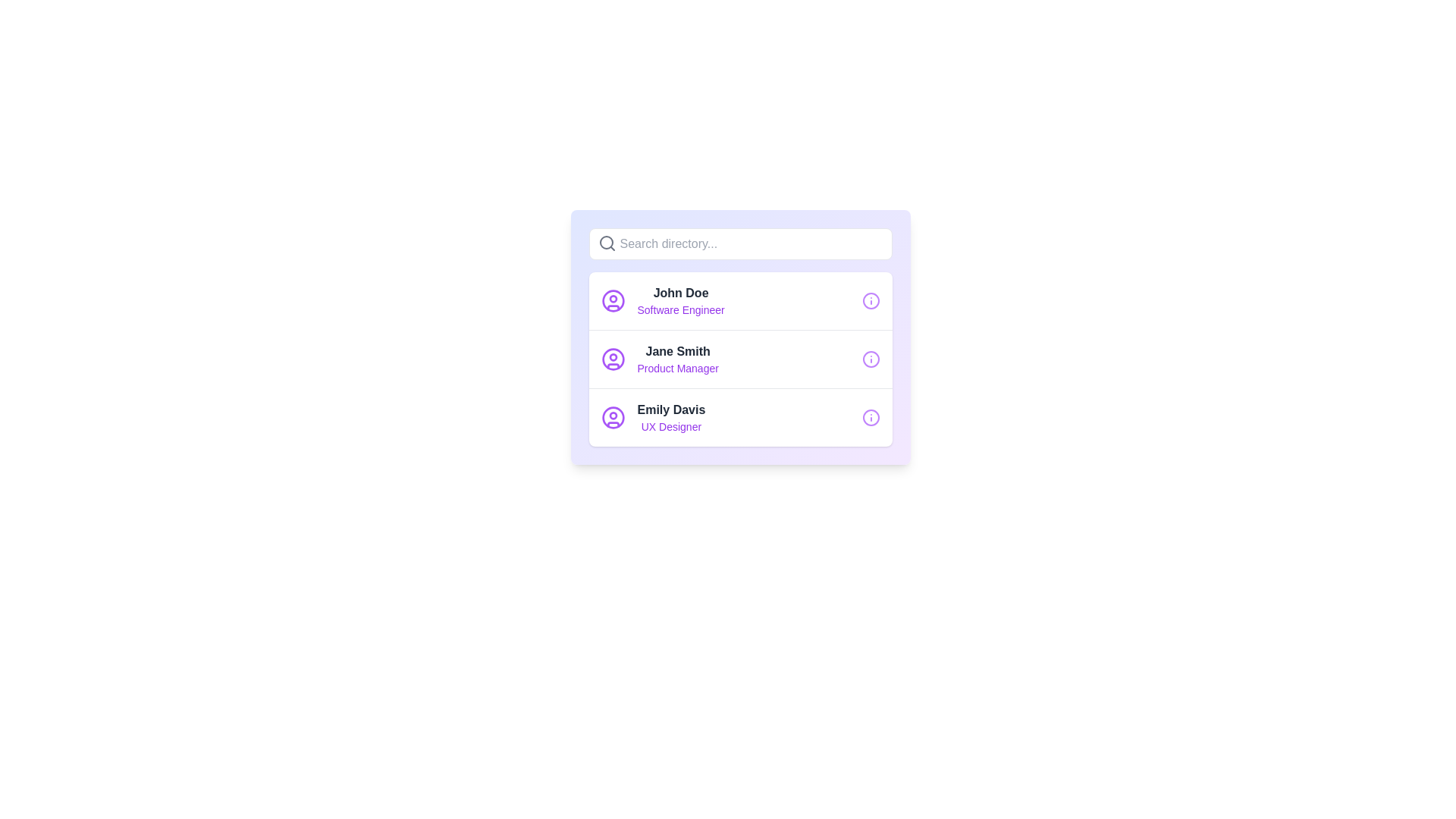 The width and height of the screenshot is (1456, 819). Describe the element at coordinates (740, 301) in the screenshot. I see `the first selectable list item in the user directory that represents 'John Doe'` at that location.